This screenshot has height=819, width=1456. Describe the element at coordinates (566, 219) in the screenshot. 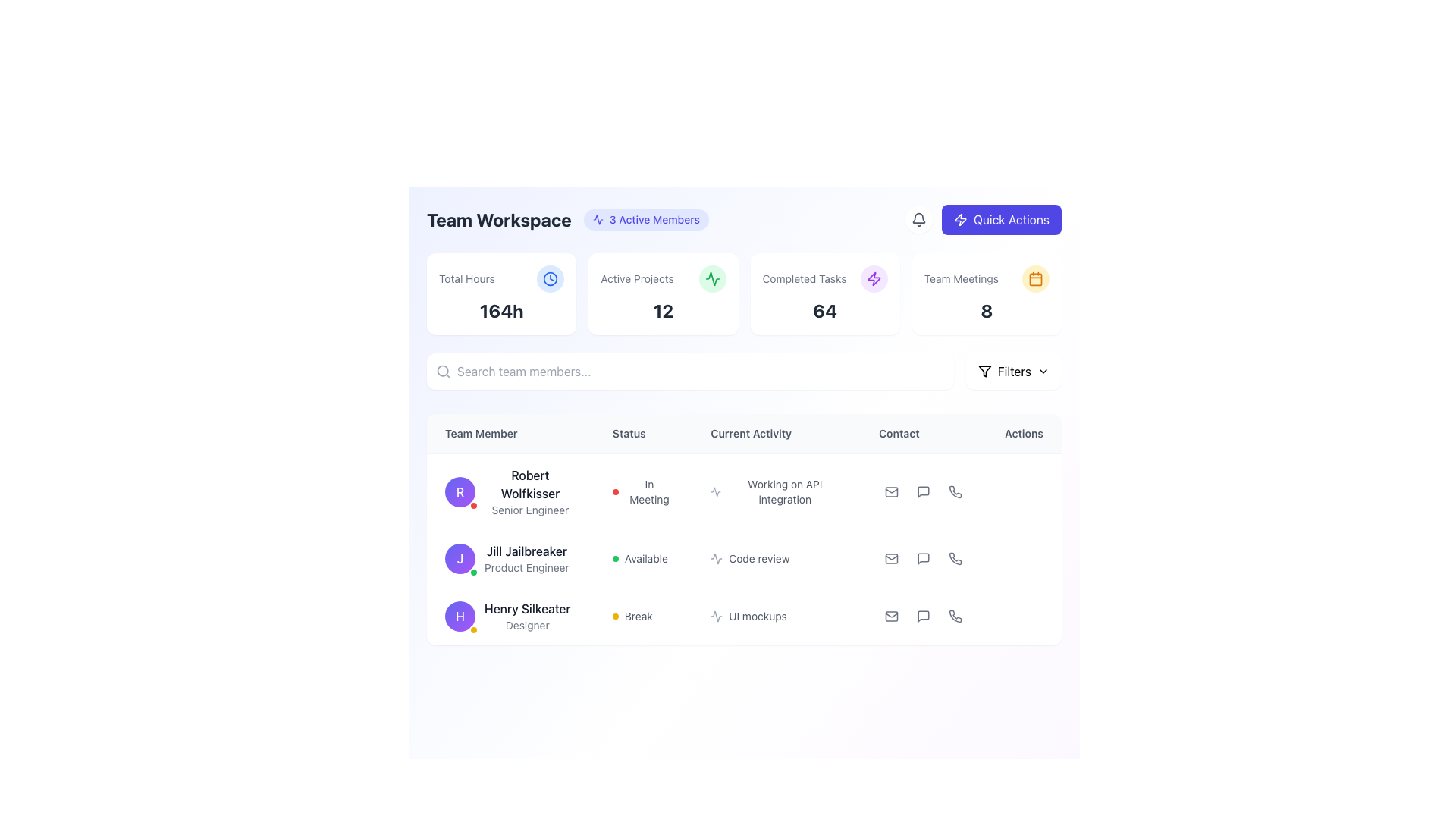

I see `the badge labeled '3 Active Members' next to the text 'Team Workspace'` at that location.